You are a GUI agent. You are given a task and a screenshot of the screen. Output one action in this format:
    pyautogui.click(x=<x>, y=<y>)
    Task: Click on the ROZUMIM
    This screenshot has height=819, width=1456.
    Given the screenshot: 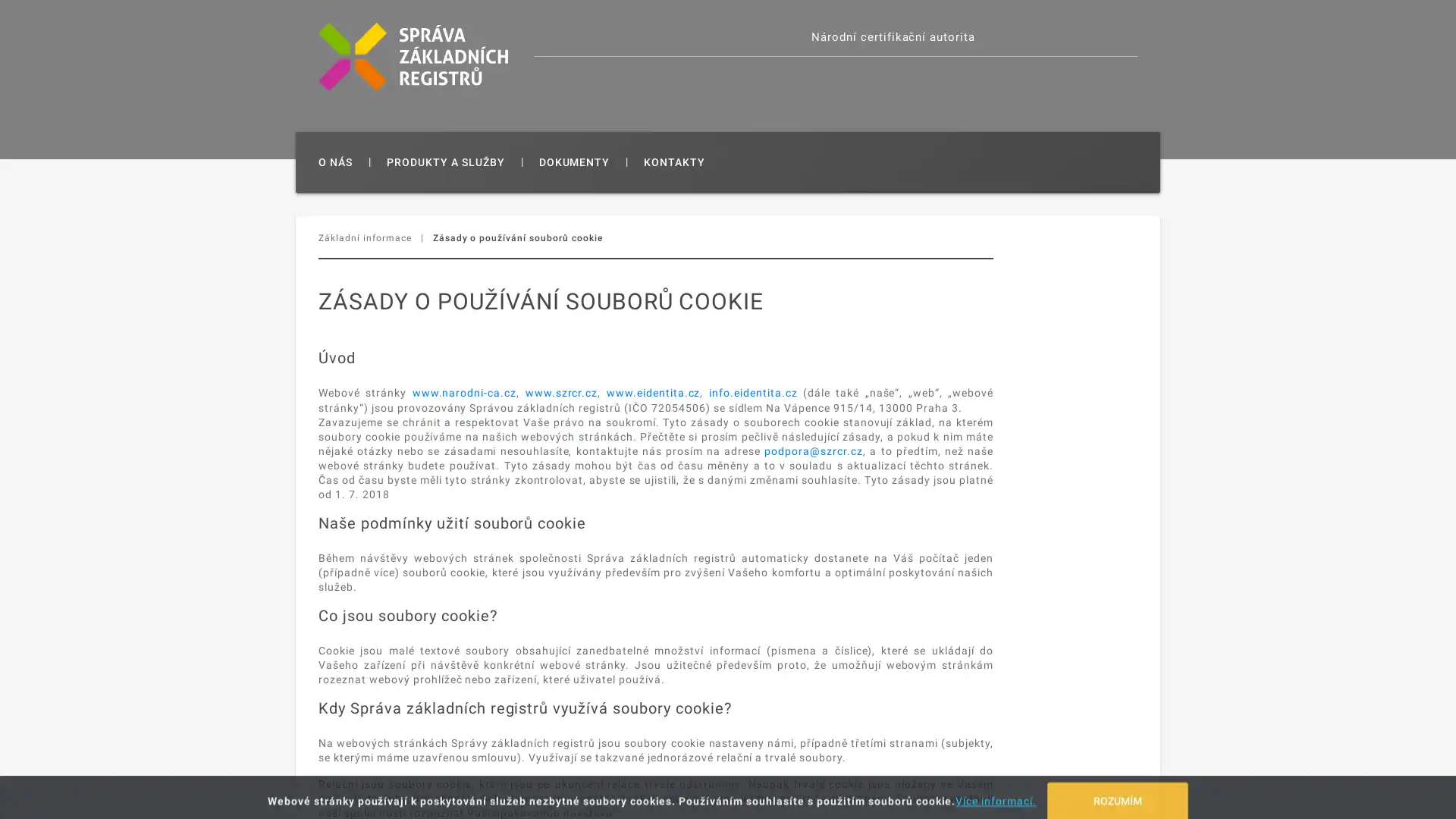 What is the action you would take?
    pyautogui.click(x=1117, y=792)
    